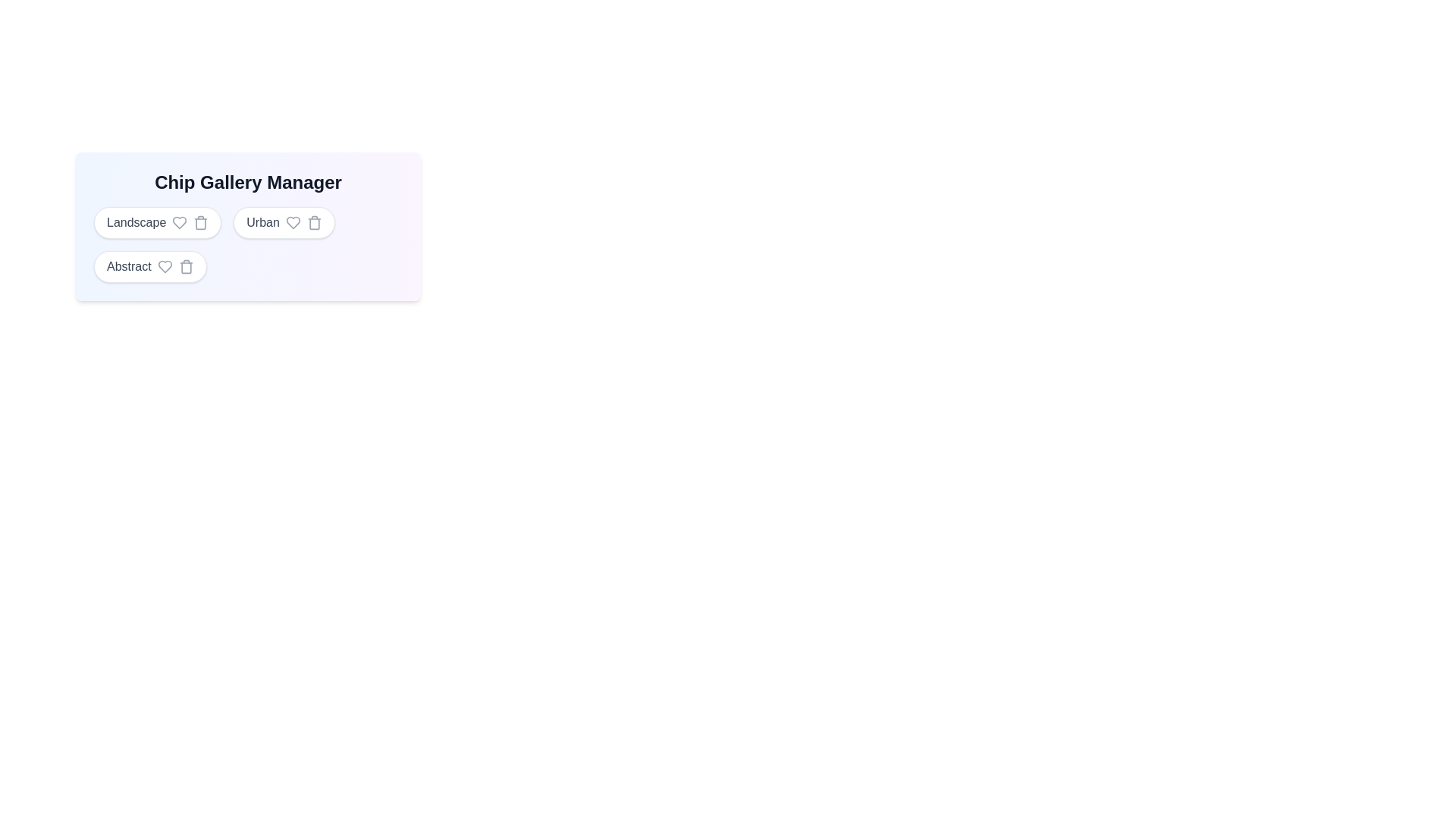 This screenshot has width=1456, height=819. I want to click on the trash icon next to the chip labeled Landscape, so click(200, 222).